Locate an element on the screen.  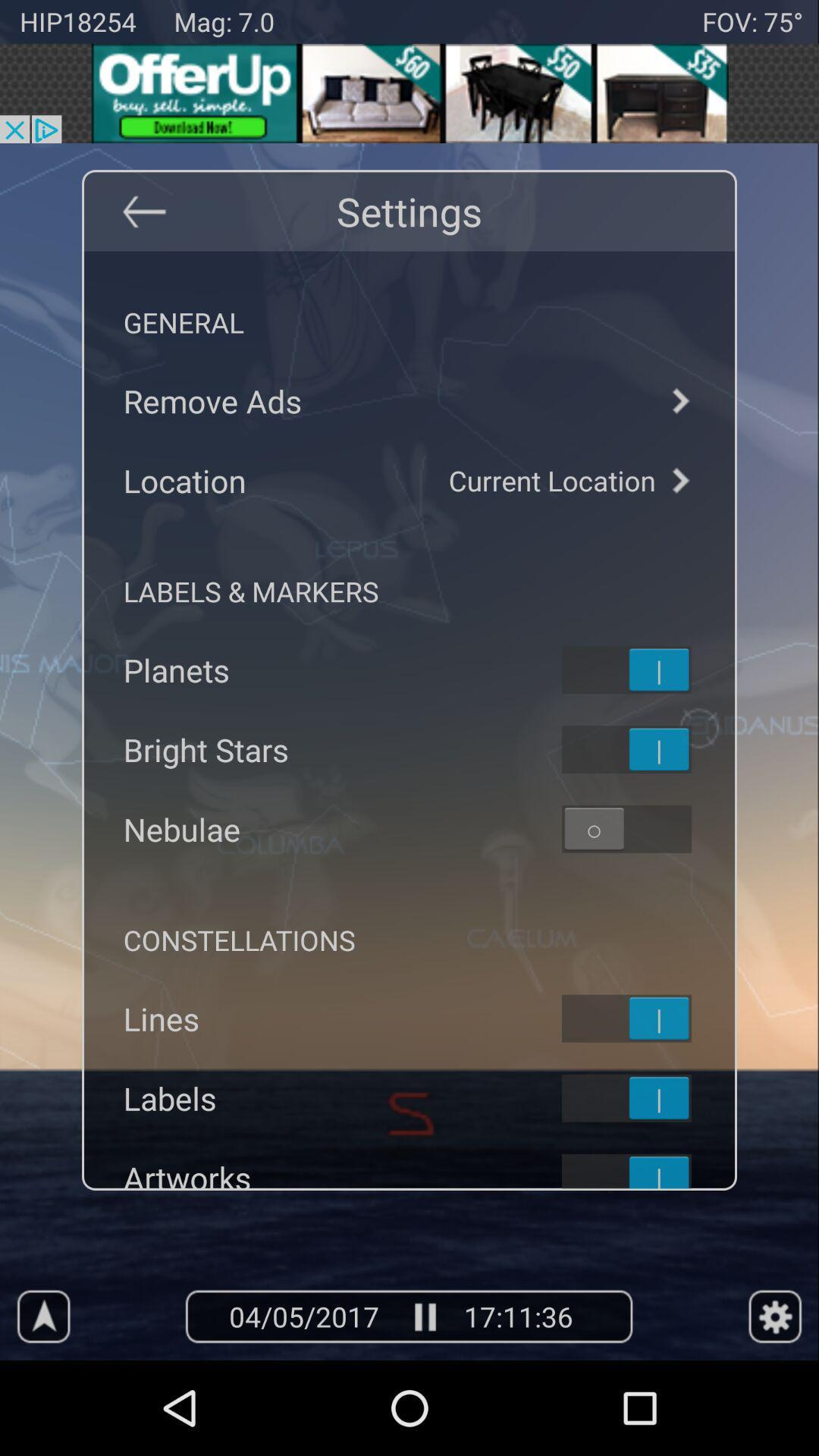
toggles bright stars on app is located at coordinates (646, 749).